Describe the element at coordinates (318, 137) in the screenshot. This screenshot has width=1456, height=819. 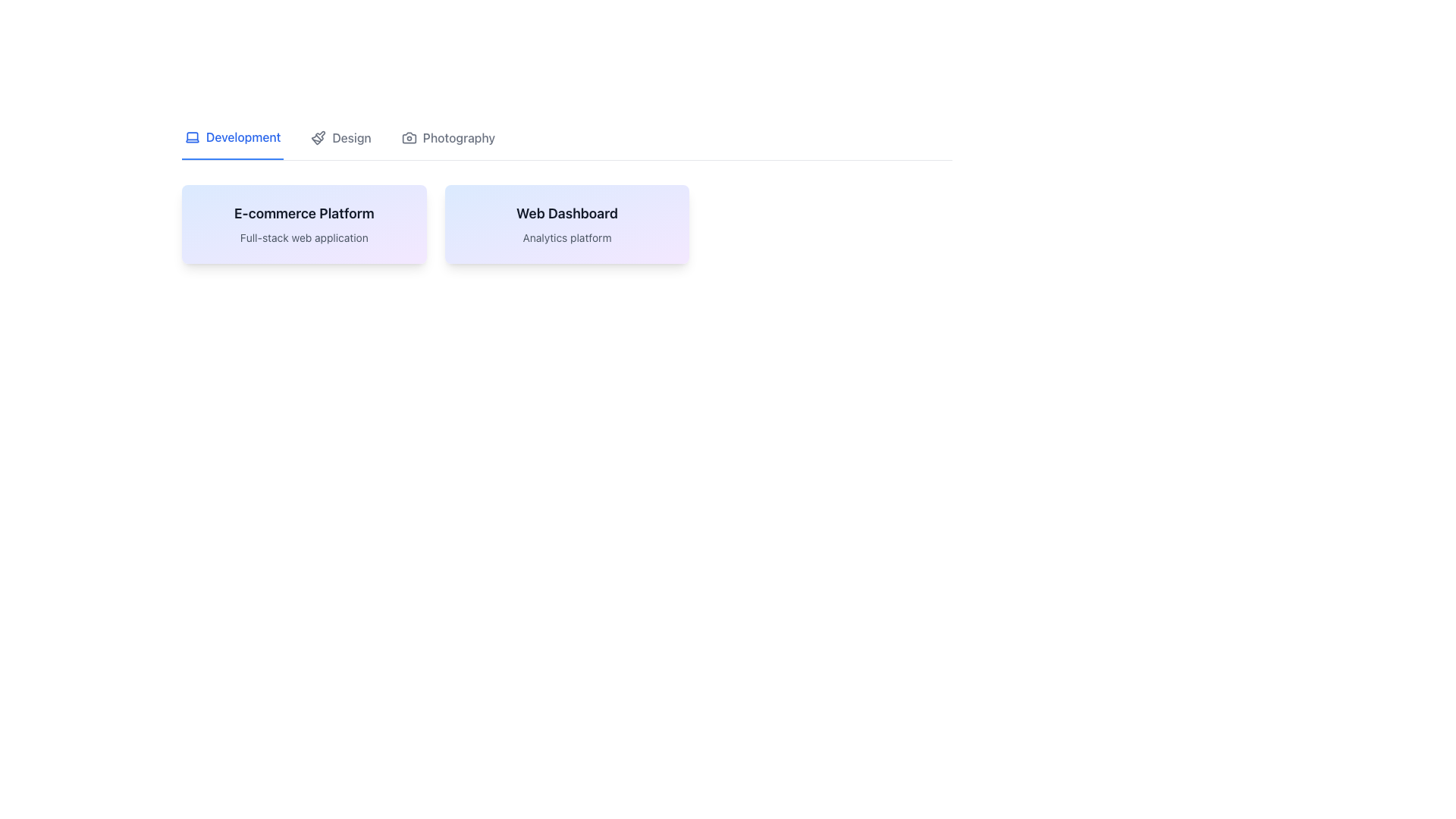
I see `the SVG paintbrush icon located in the 'Design' navigation tab, which is positioned to the left of the 'Design' label` at that location.